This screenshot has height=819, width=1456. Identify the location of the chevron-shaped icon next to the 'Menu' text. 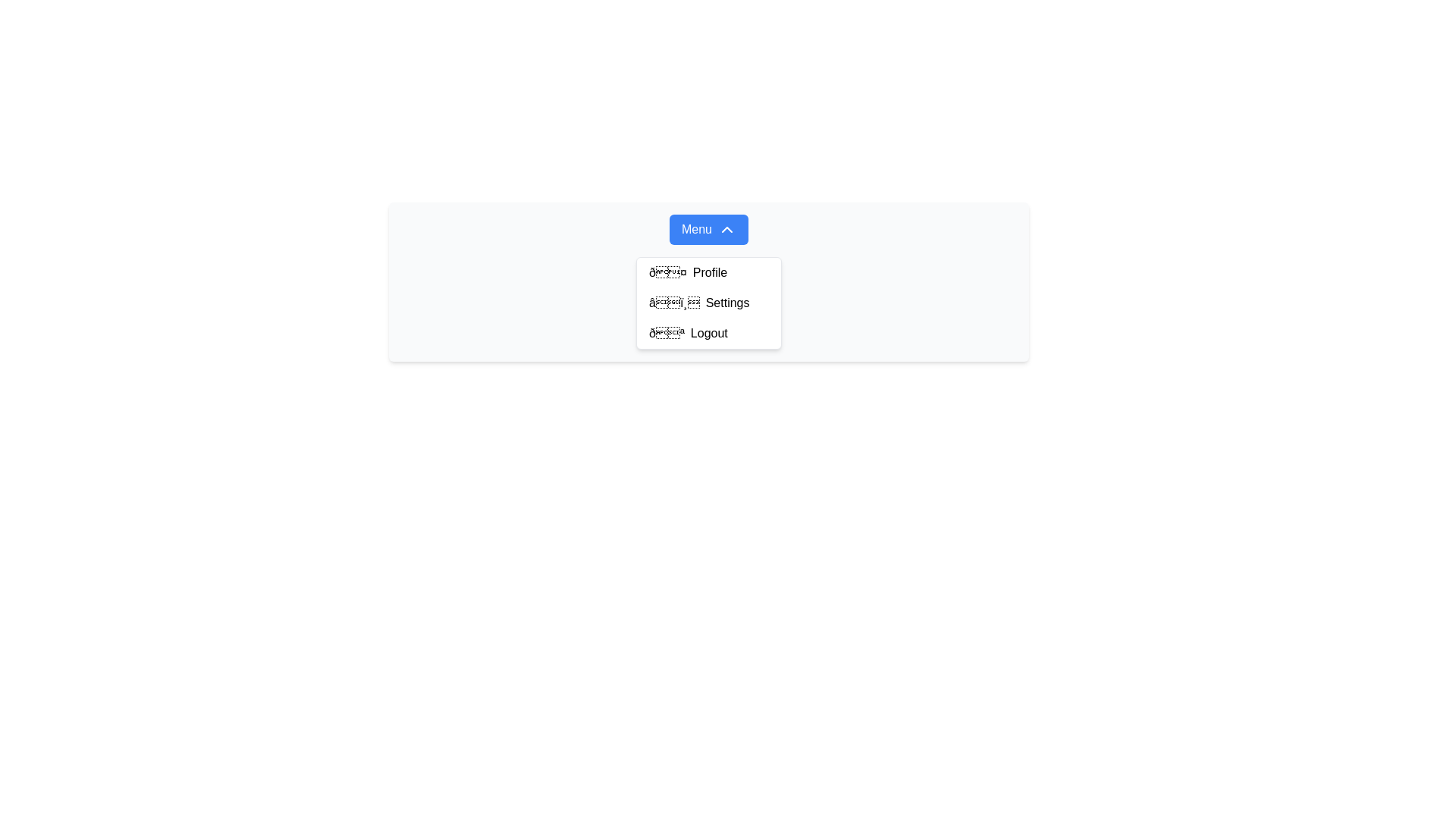
(726, 230).